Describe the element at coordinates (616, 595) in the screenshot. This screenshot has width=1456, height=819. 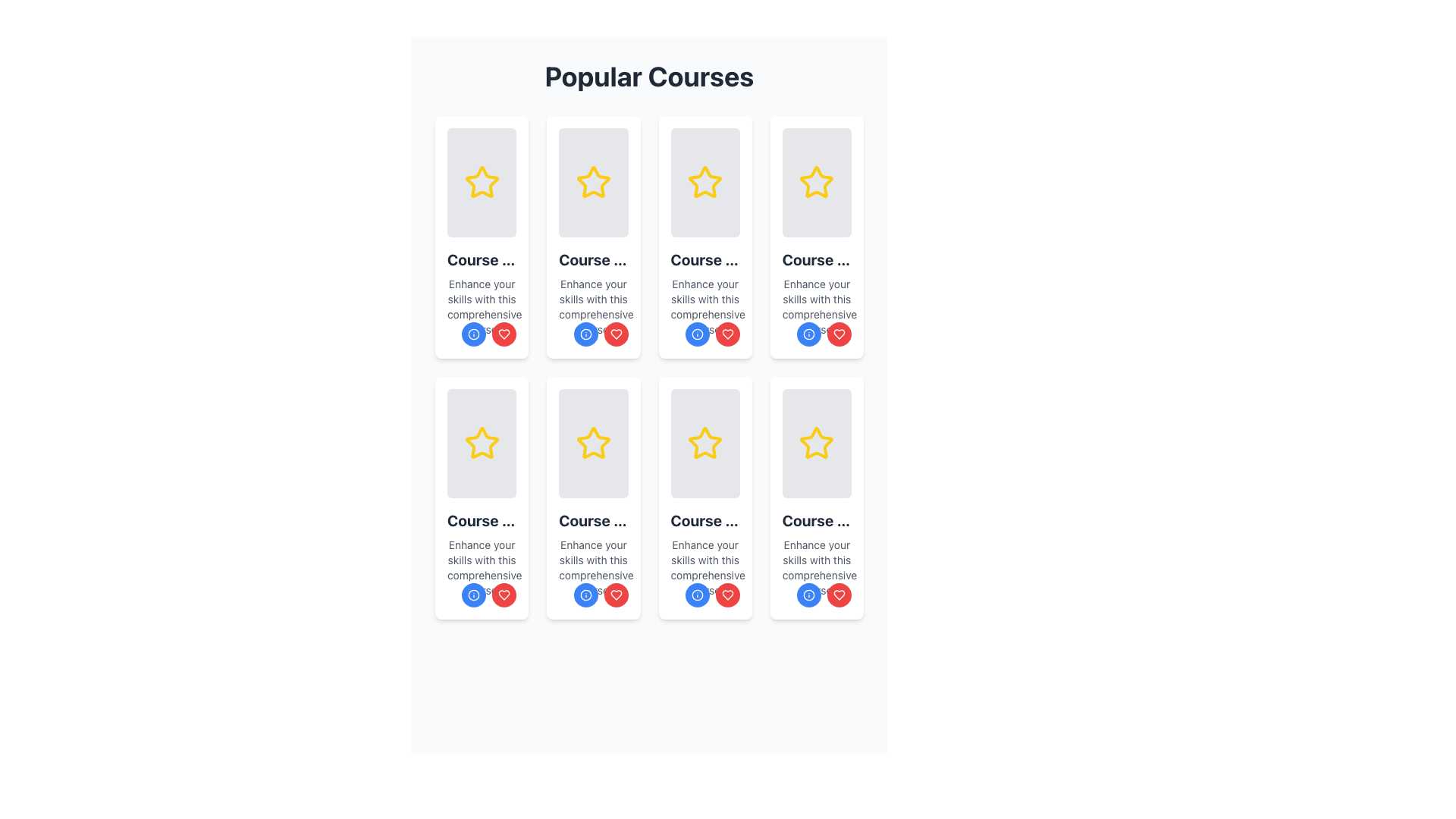
I see `the red heart icon located in the bottom right corner of the second course card in the second row to favorite the course` at that location.